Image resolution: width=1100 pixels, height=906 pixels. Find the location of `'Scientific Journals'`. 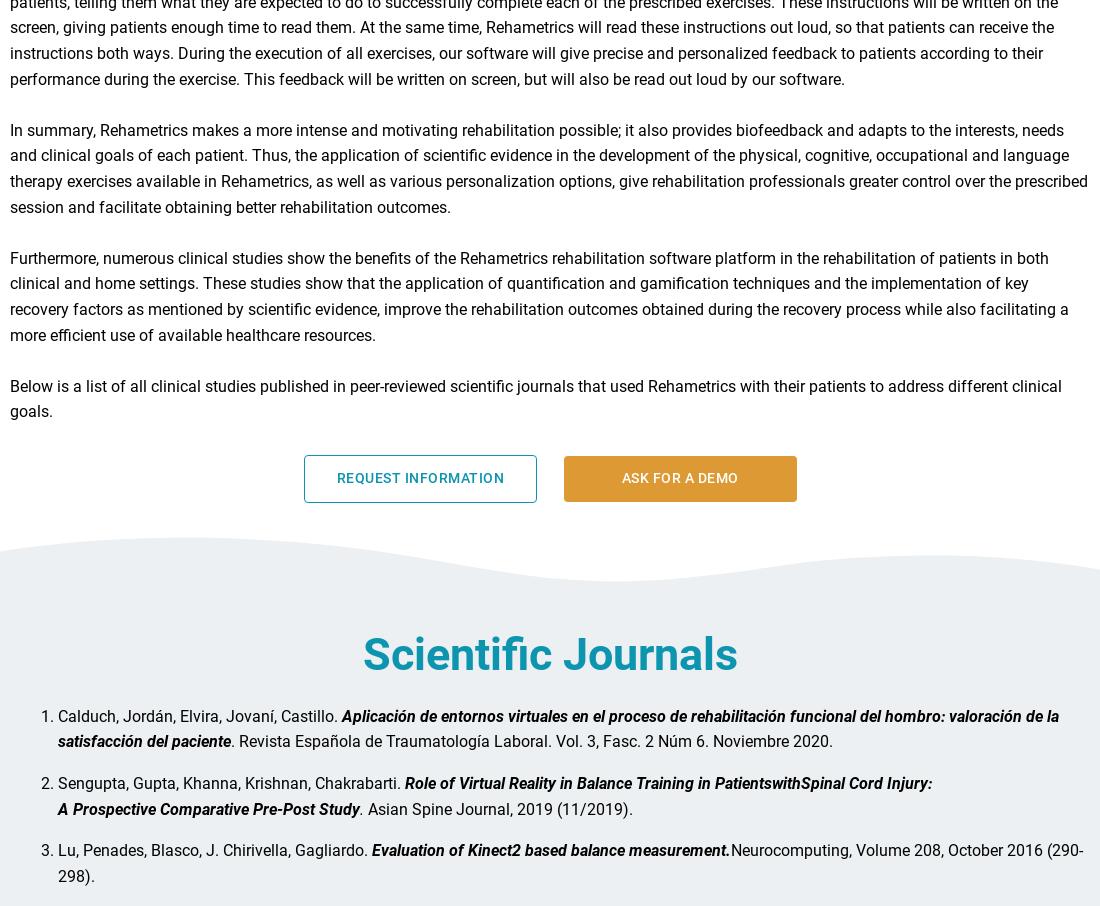

'Scientific Journals' is located at coordinates (549, 661).